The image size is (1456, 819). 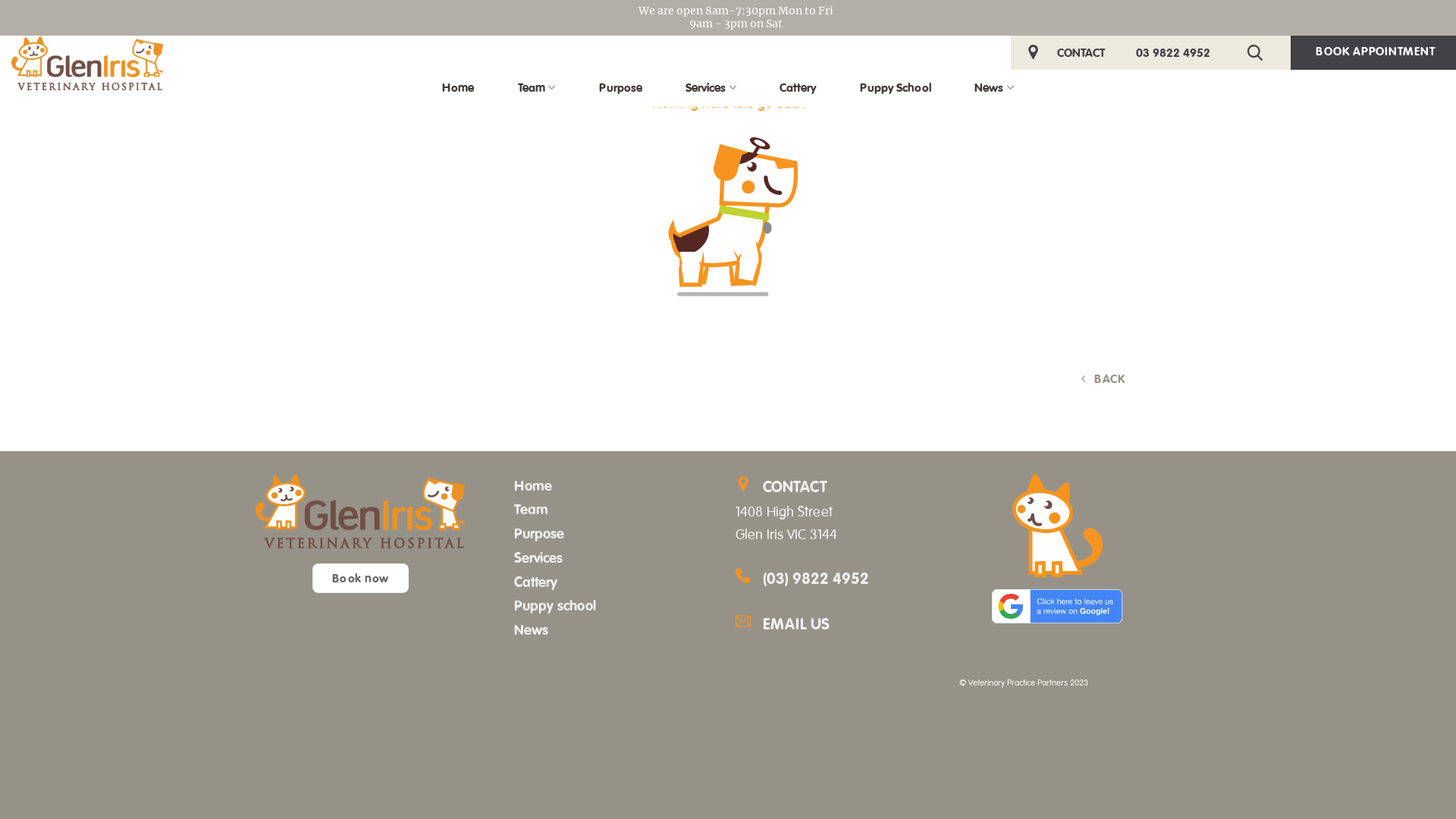 What do you see at coordinates (1172, 52) in the screenshot?
I see `'03 9822 4952'` at bounding box center [1172, 52].